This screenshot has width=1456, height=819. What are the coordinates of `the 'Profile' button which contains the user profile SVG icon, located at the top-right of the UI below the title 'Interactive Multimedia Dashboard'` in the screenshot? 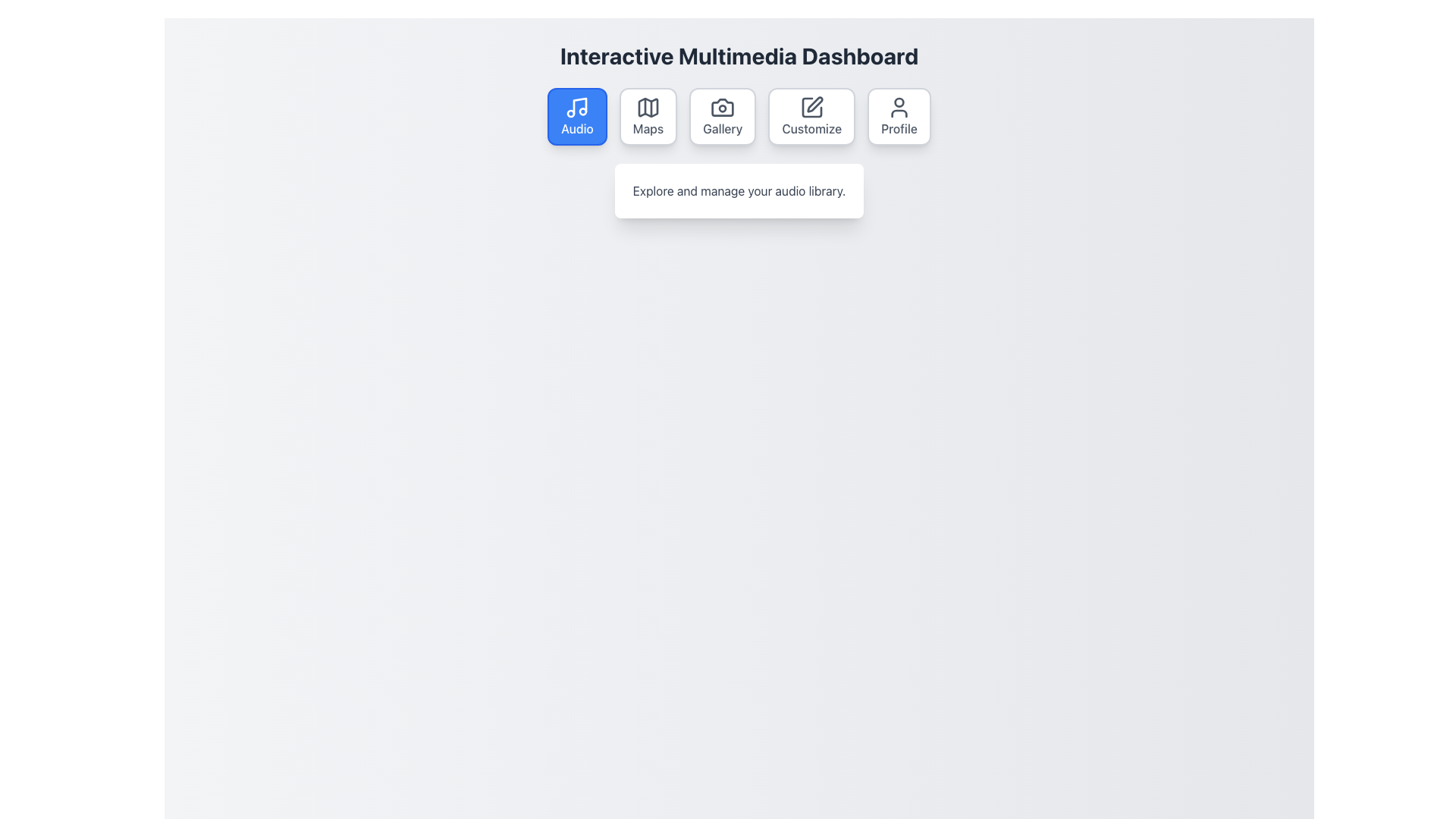 It's located at (899, 107).